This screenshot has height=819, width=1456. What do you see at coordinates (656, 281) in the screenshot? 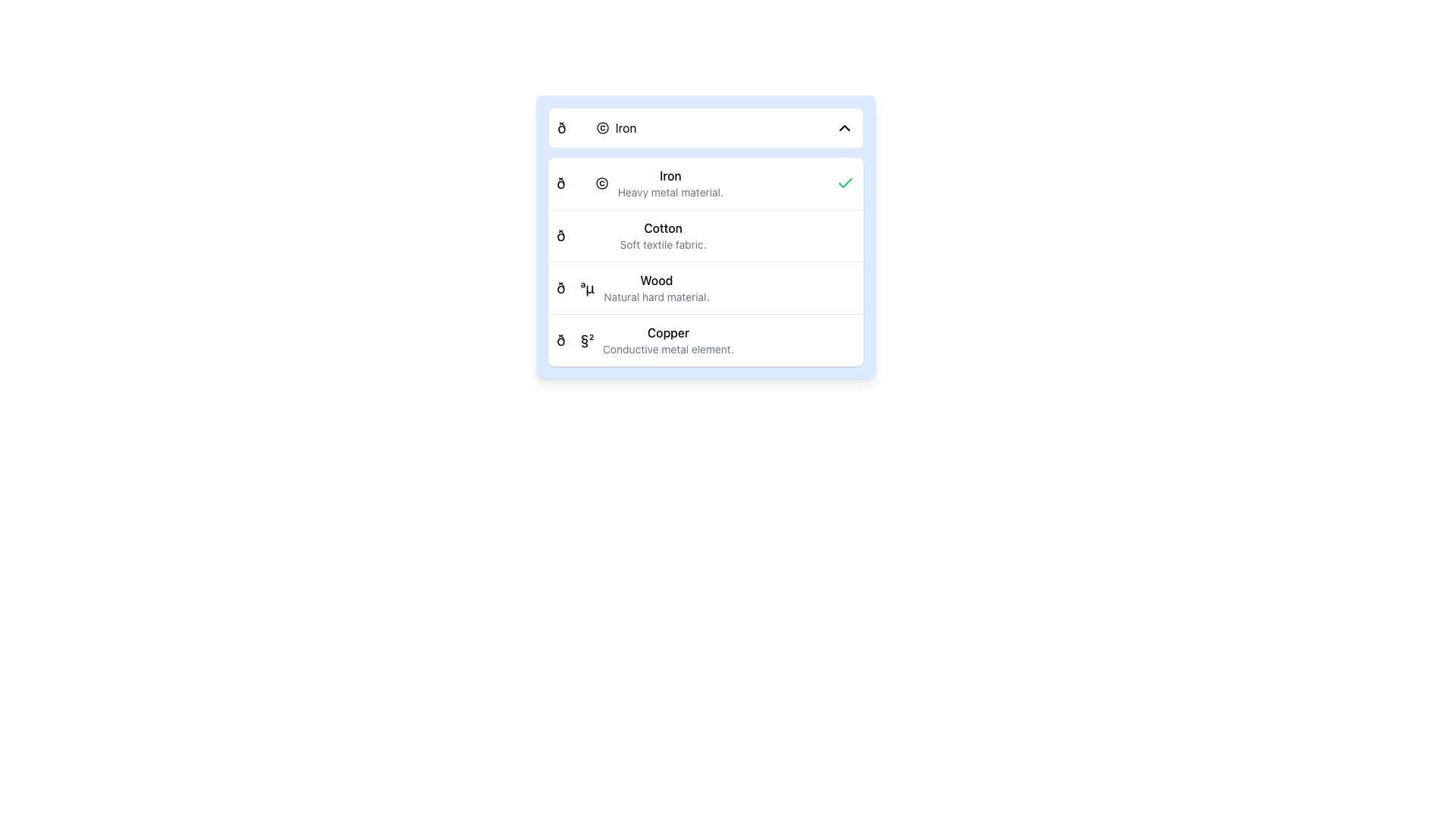
I see `text of the 'Wood' label, which is the third item in the hierarchical list and serves as the main identifier for the associated descriptive text` at bounding box center [656, 281].